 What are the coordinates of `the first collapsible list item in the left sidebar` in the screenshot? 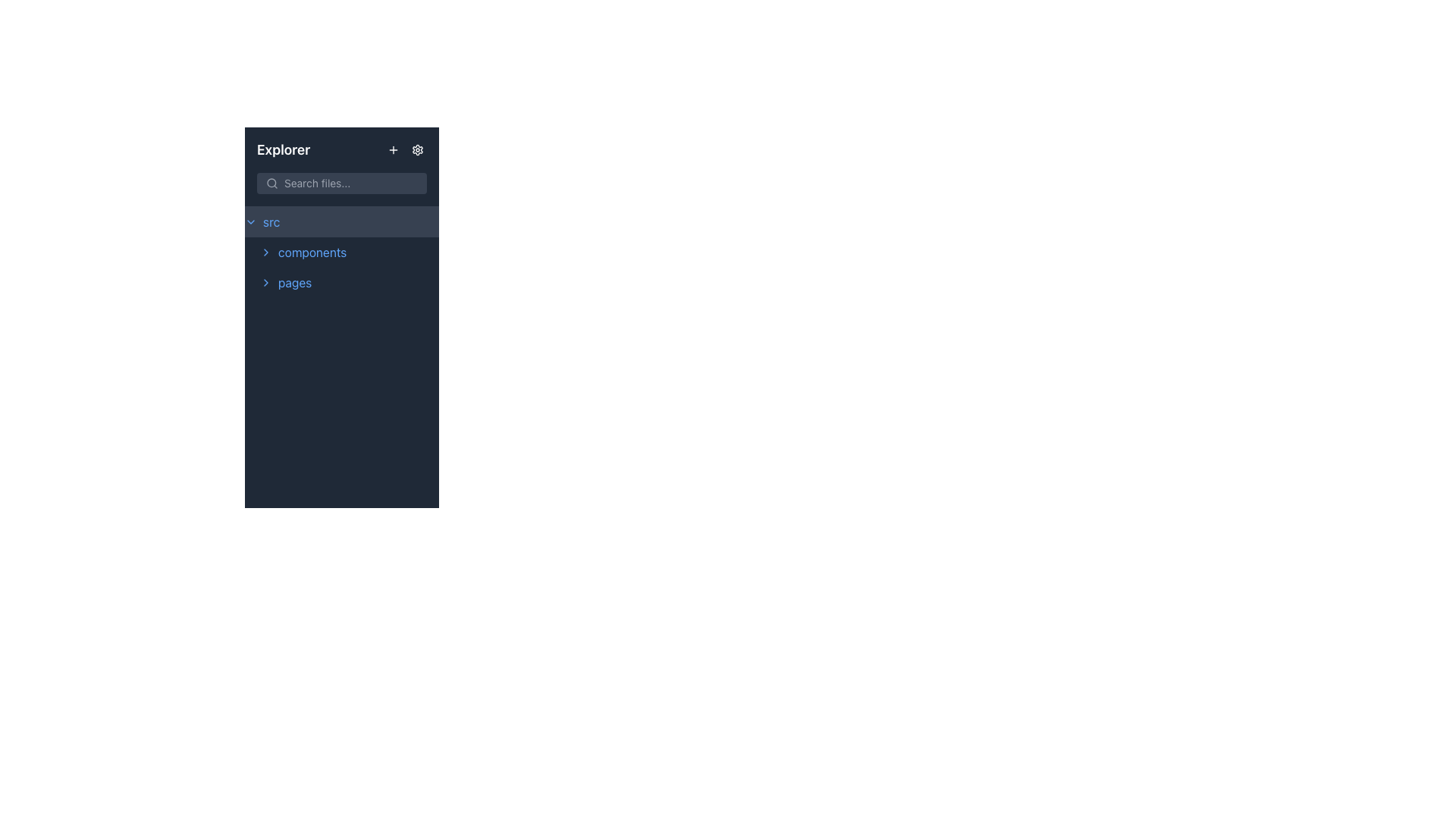 It's located at (341, 222).